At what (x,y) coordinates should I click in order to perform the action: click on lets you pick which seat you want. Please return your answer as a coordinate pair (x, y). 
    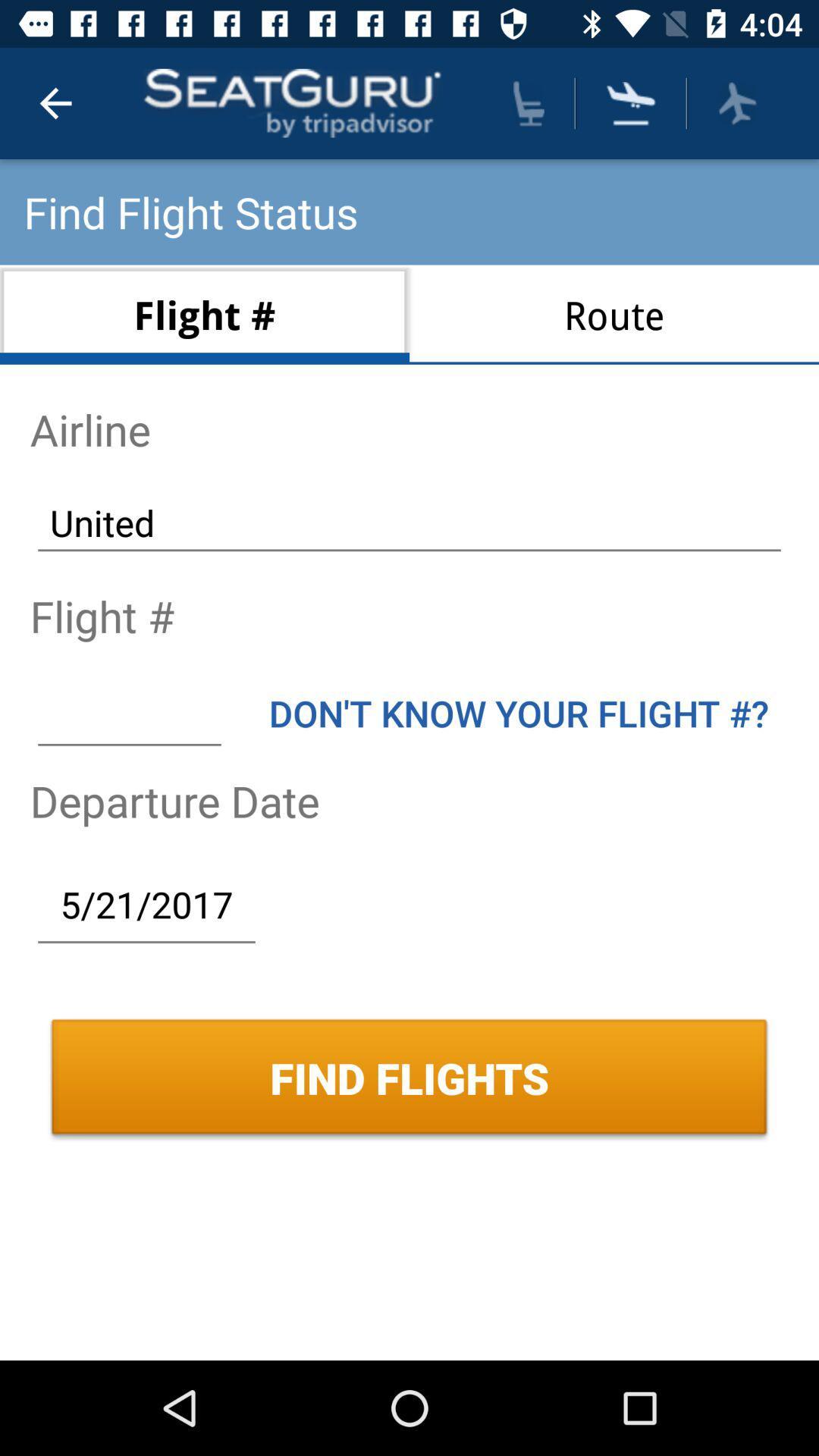
    Looking at the image, I should click on (528, 102).